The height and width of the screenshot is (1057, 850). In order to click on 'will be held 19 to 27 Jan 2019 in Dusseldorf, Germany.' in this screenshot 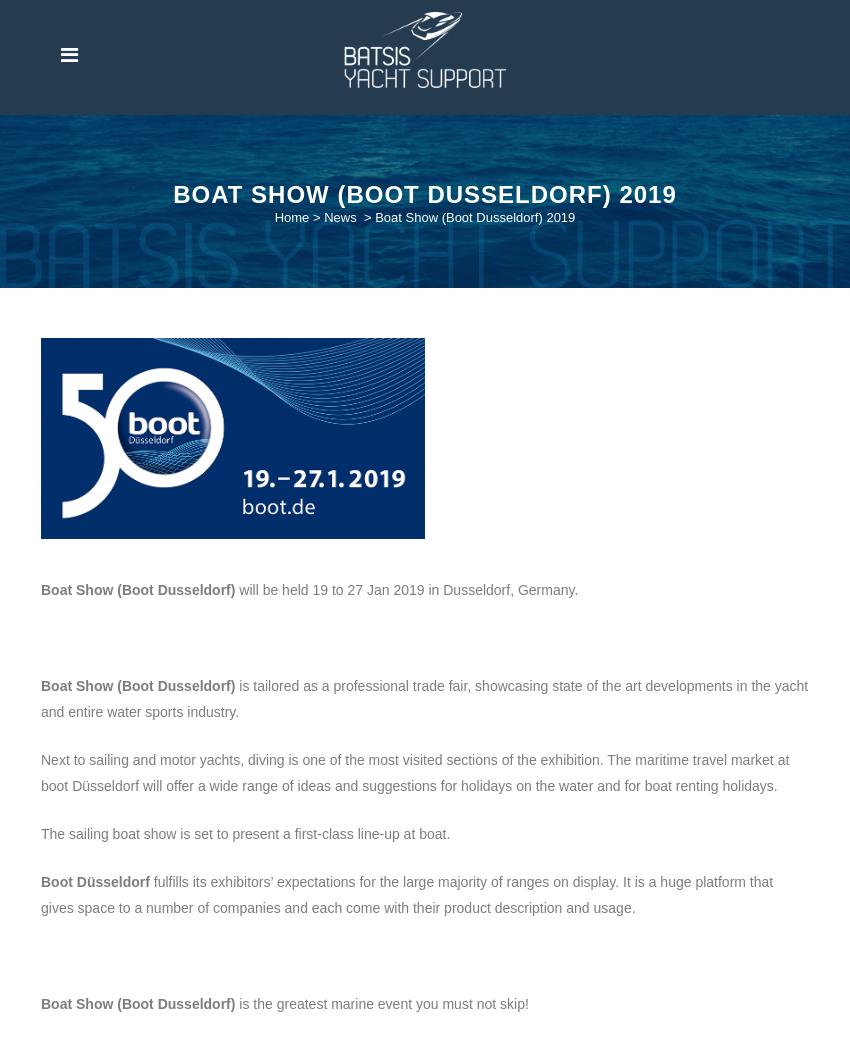, I will do `click(406, 587)`.